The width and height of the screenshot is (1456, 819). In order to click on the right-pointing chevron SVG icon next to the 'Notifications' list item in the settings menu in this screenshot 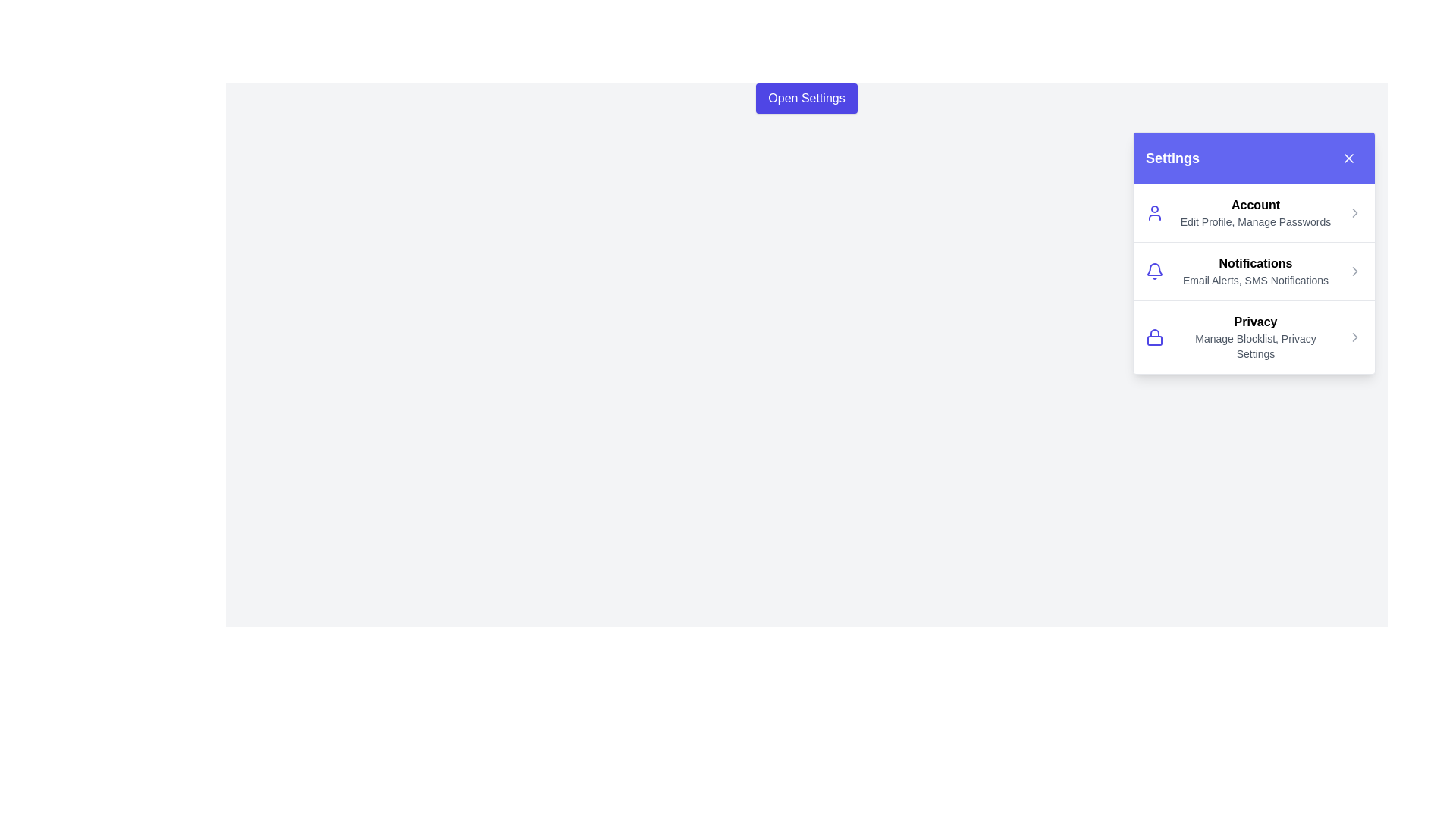, I will do `click(1354, 271)`.